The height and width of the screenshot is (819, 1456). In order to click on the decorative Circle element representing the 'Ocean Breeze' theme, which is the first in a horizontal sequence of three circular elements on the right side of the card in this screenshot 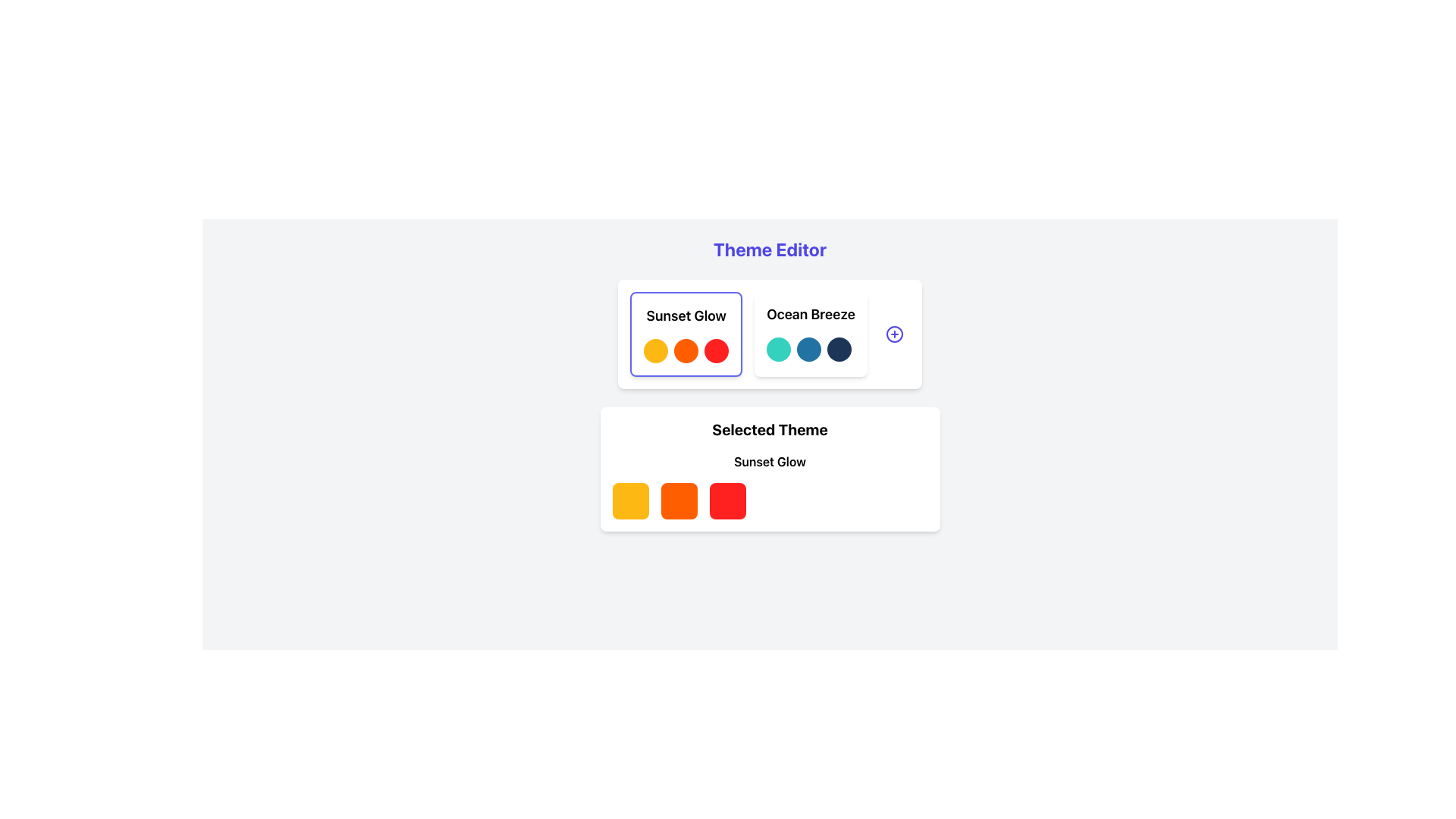, I will do `click(779, 350)`.